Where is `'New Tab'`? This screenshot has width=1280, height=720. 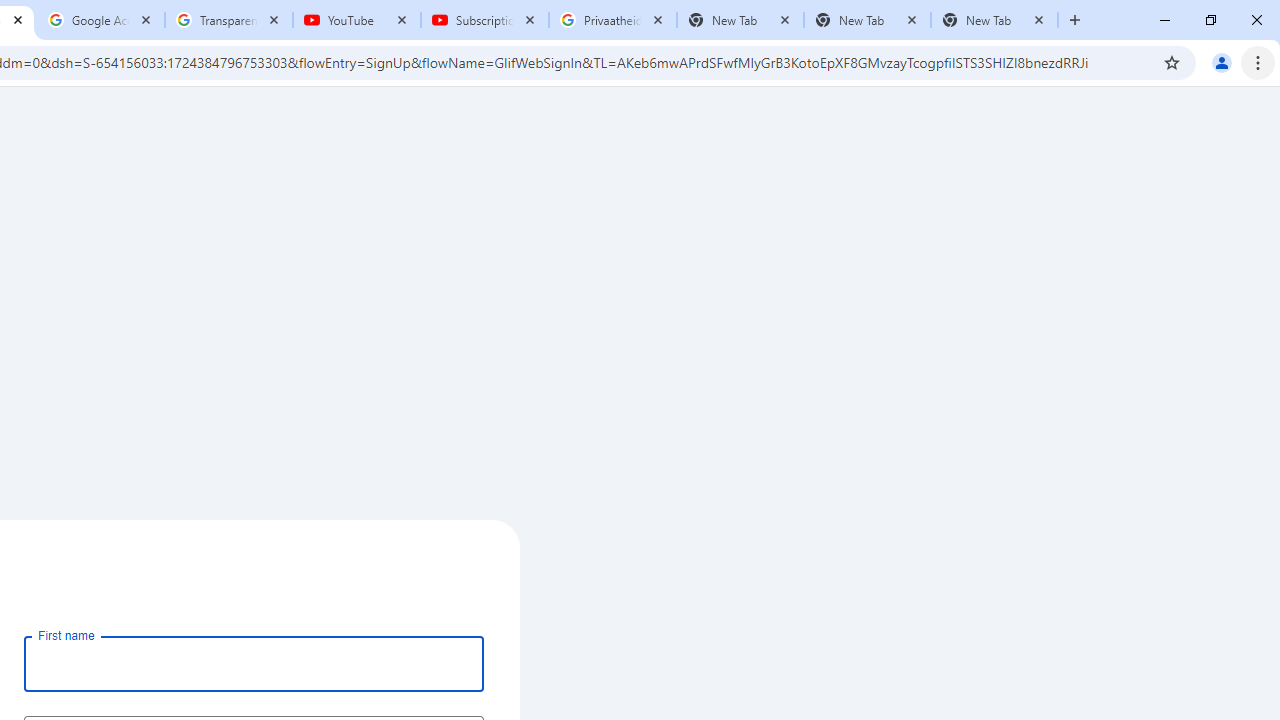 'New Tab' is located at coordinates (994, 20).